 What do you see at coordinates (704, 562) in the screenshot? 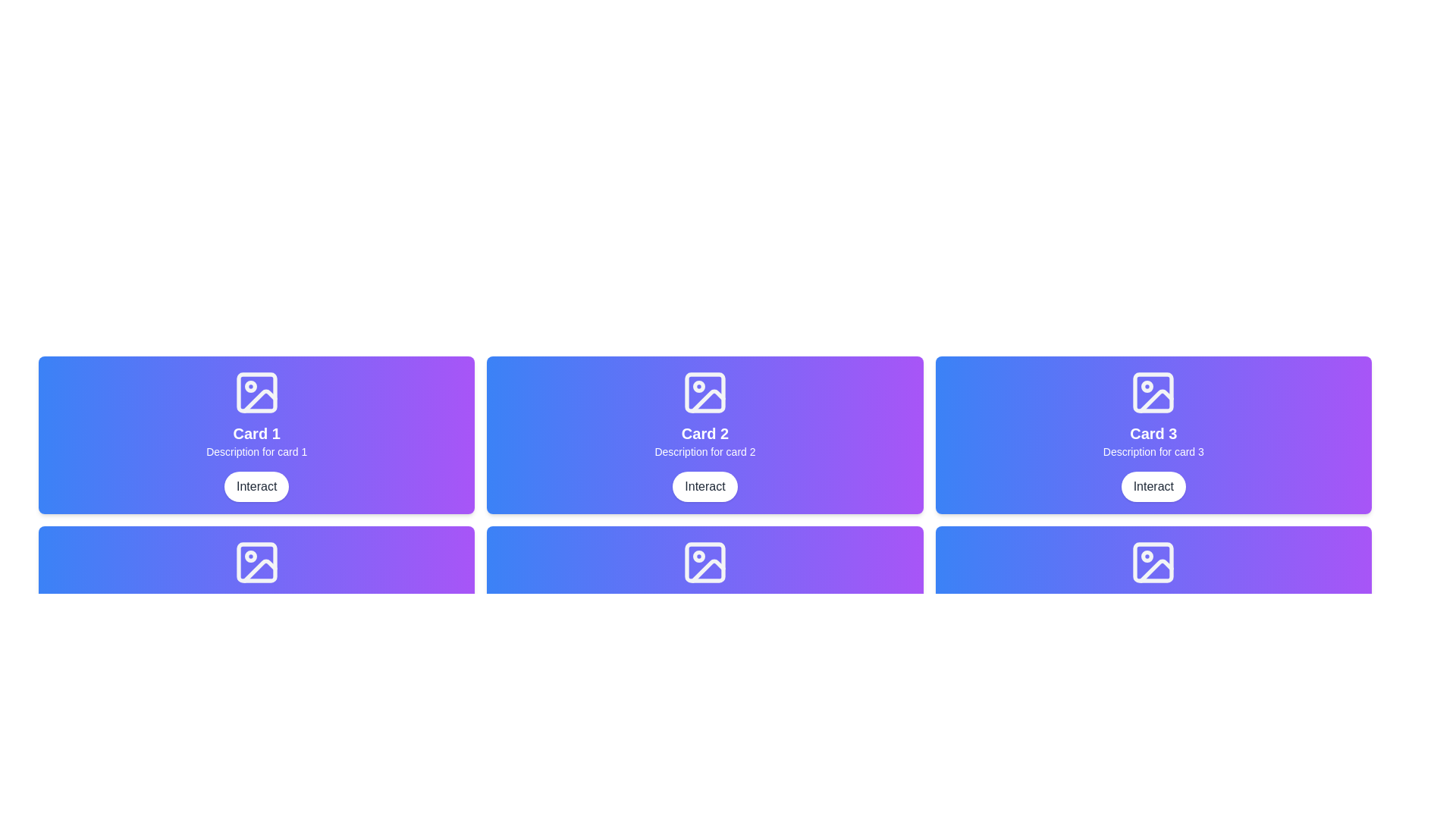
I see `the rectangular background portion of the top left corner of the image placeholder SVG icon within the bottom middle card` at bounding box center [704, 562].